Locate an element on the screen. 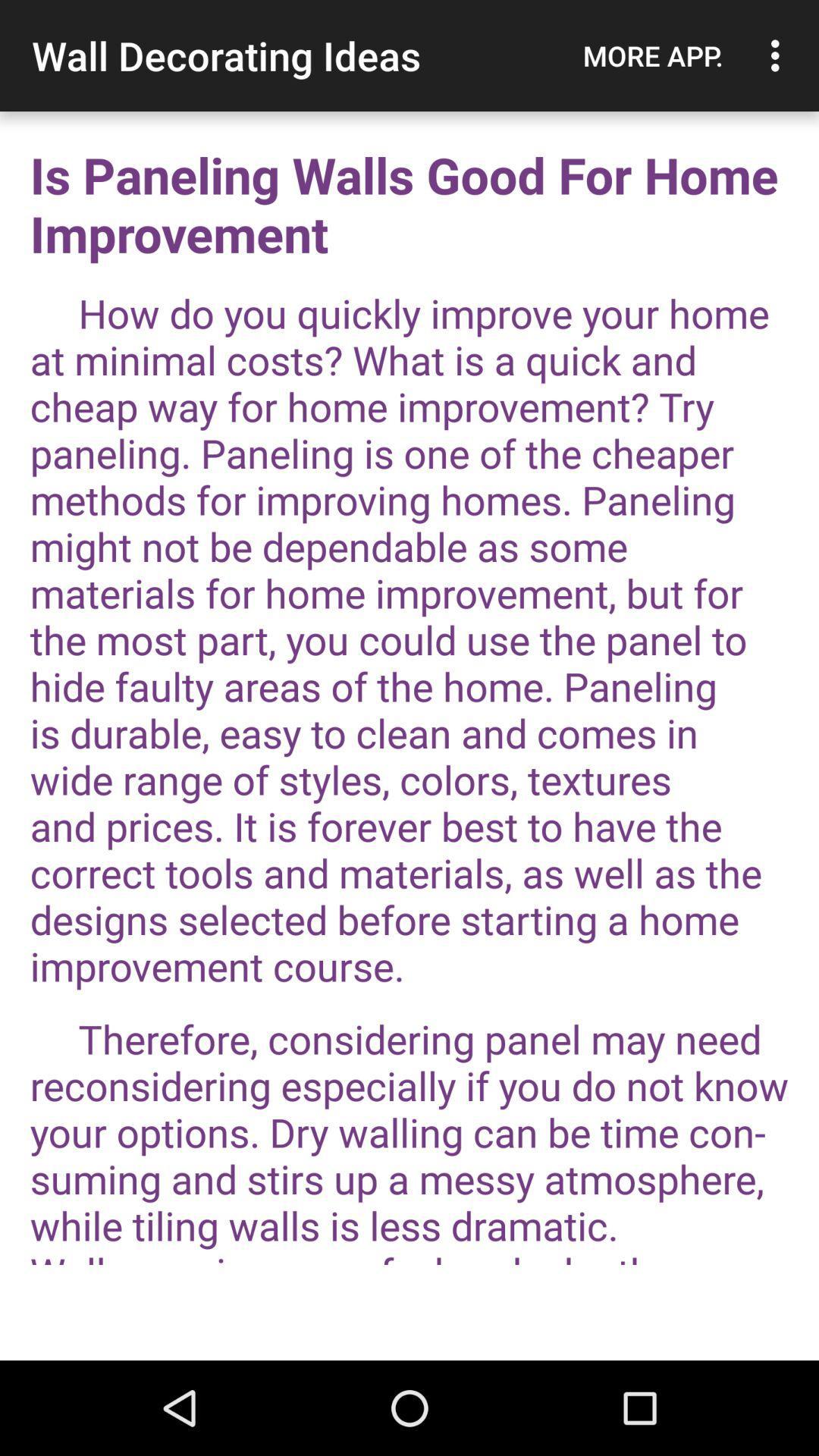 This screenshot has width=819, height=1456. the item to the right of the wall decorating ideas app is located at coordinates (652, 55).